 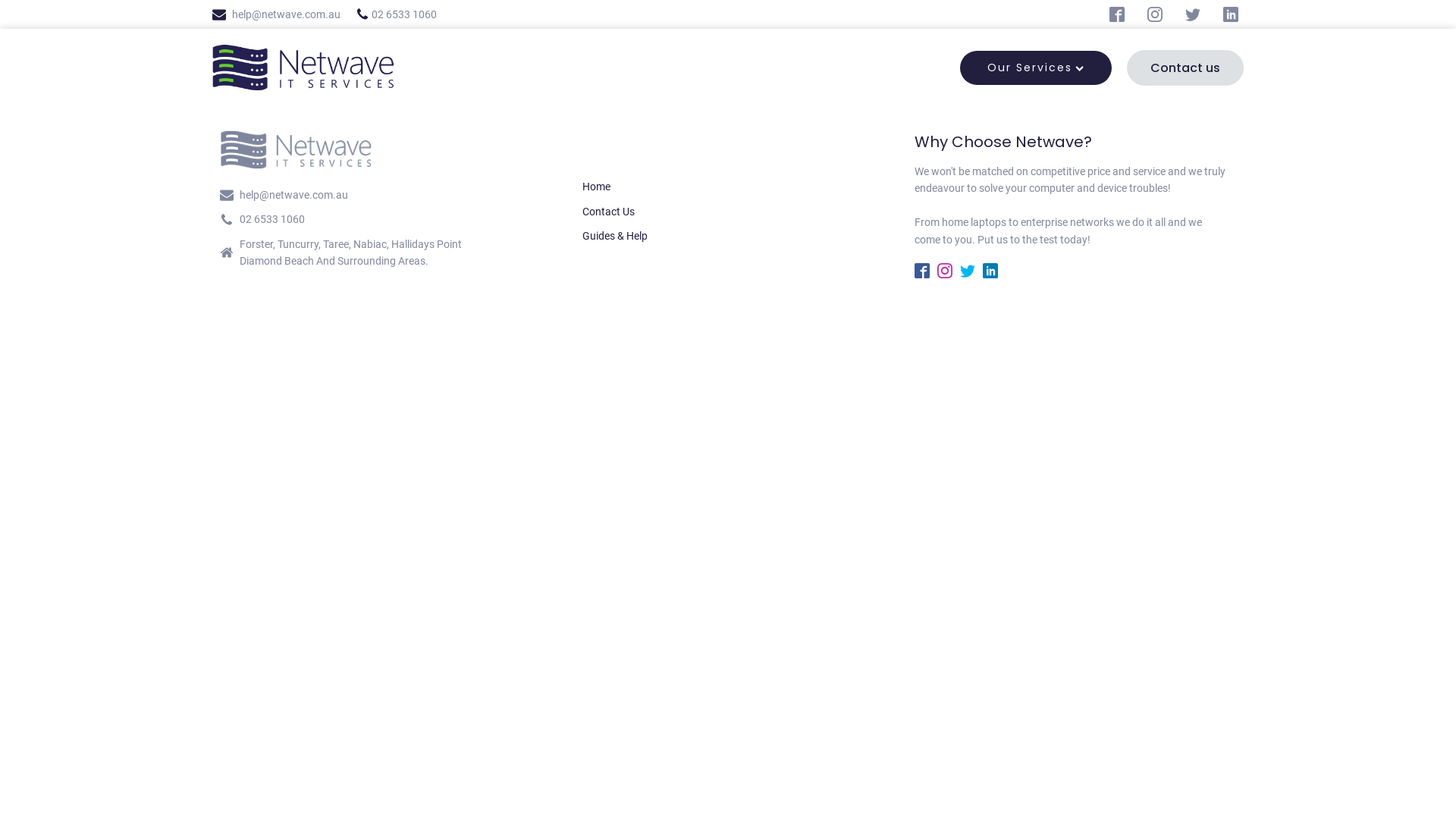 I want to click on '02 6533 1060', so click(x=269, y=219).